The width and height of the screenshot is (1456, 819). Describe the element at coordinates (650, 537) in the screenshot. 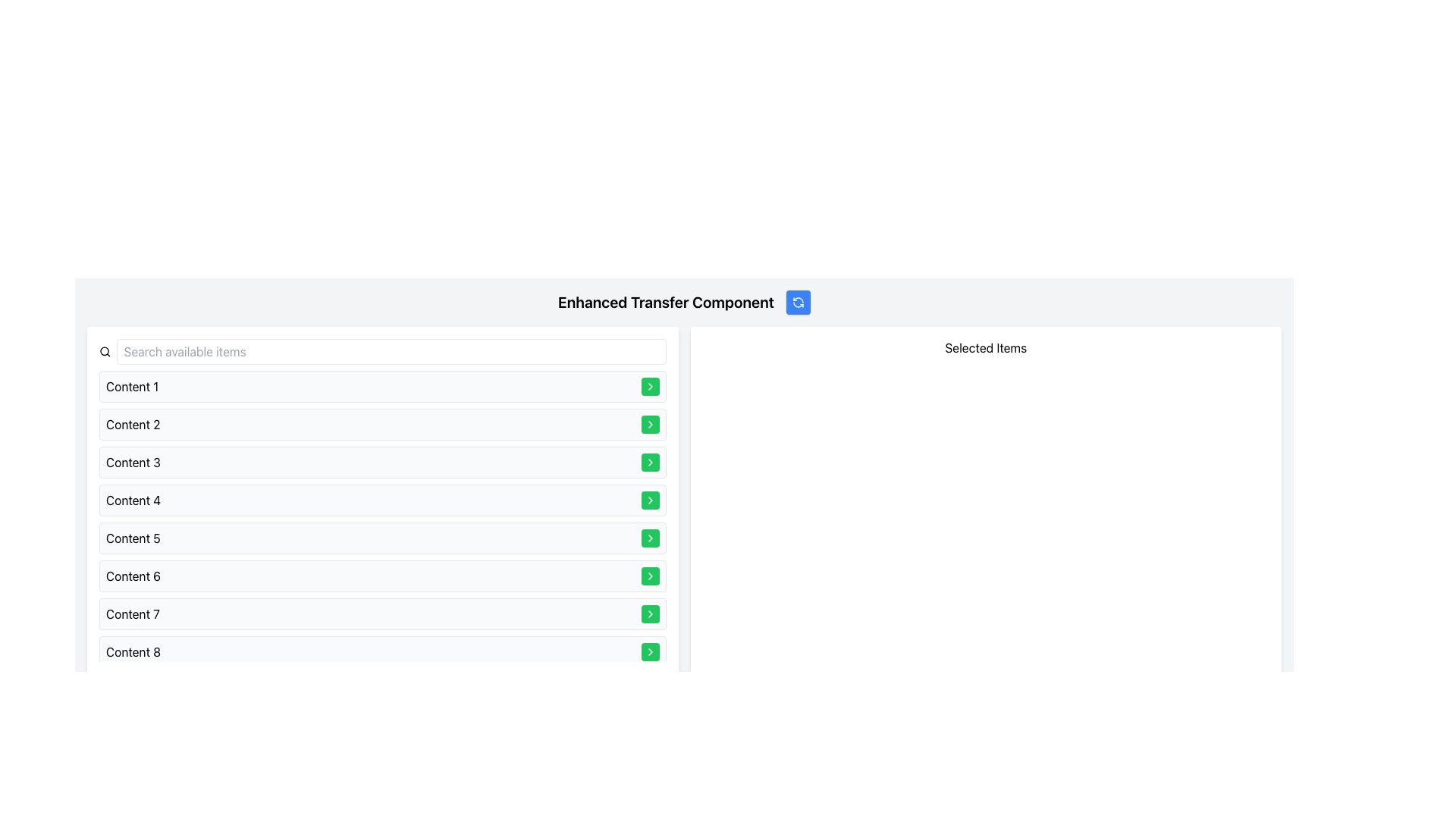

I see `the right-pointing chevron icon with a green background located to the far right of 'Content 8'` at that location.